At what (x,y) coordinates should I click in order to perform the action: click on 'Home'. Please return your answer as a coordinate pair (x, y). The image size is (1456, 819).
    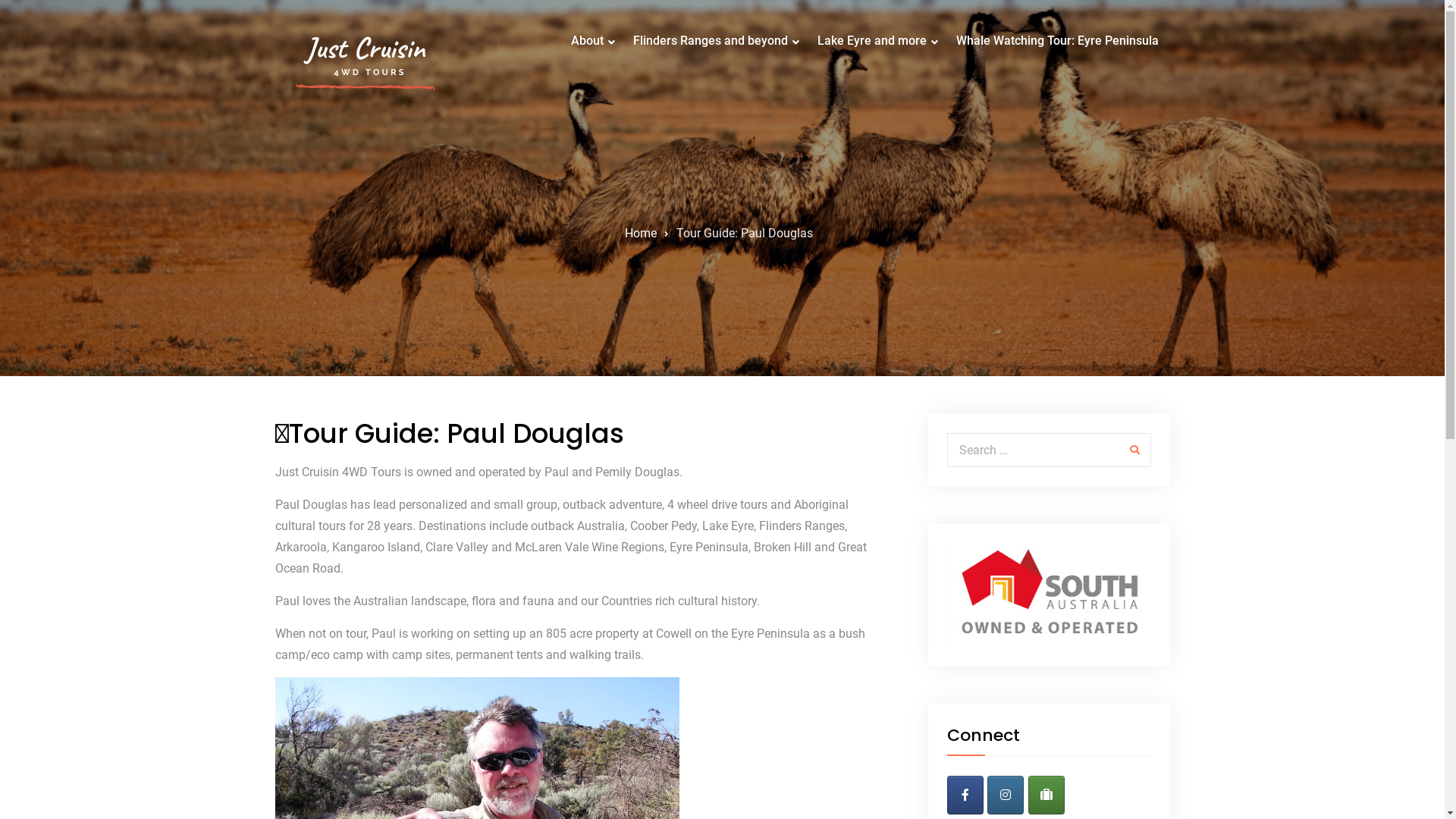
    Looking at the image, I should click on (640, 233).